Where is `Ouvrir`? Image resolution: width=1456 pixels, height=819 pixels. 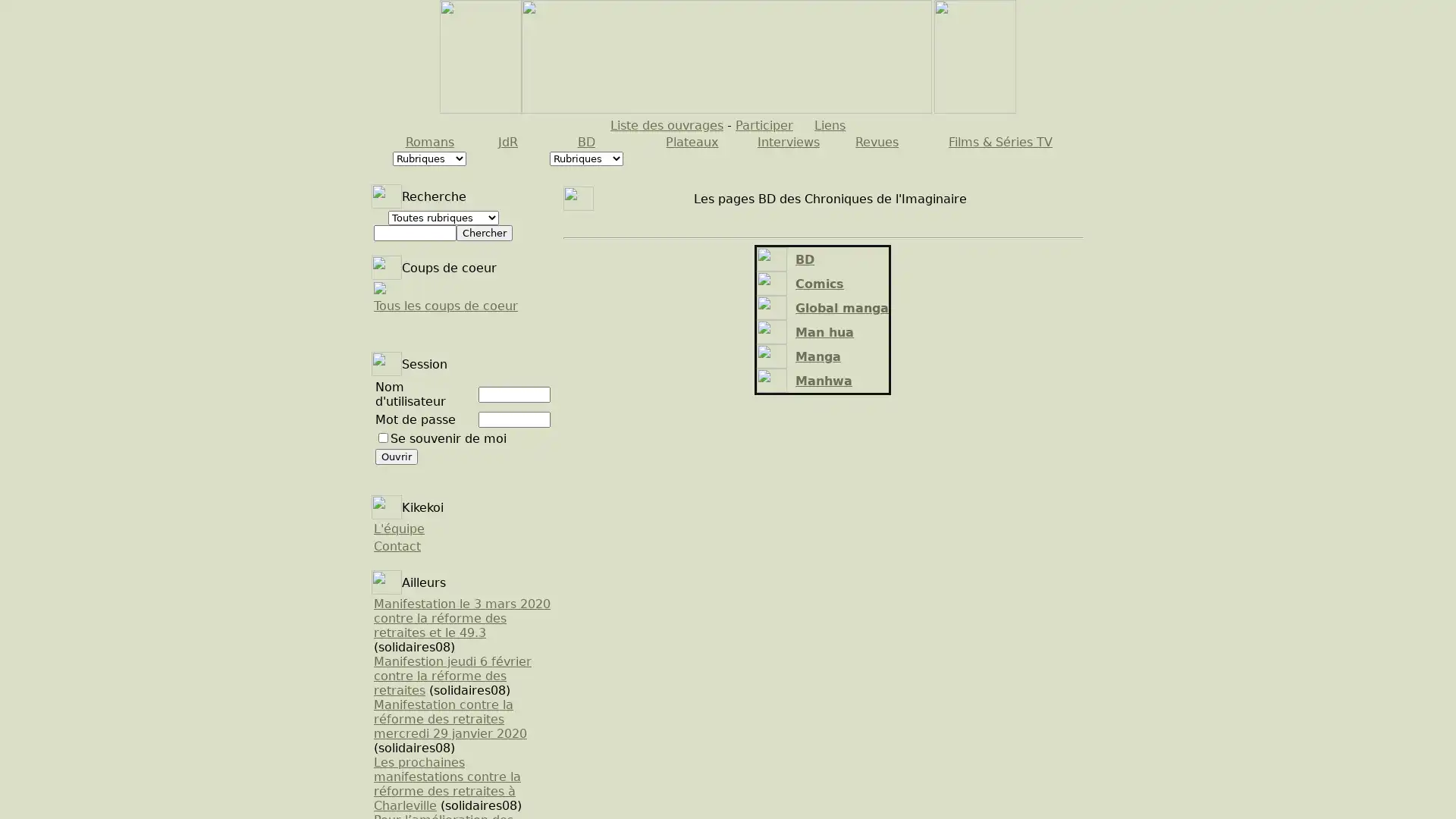 Ouvrir is located at coordinates (397, 456).